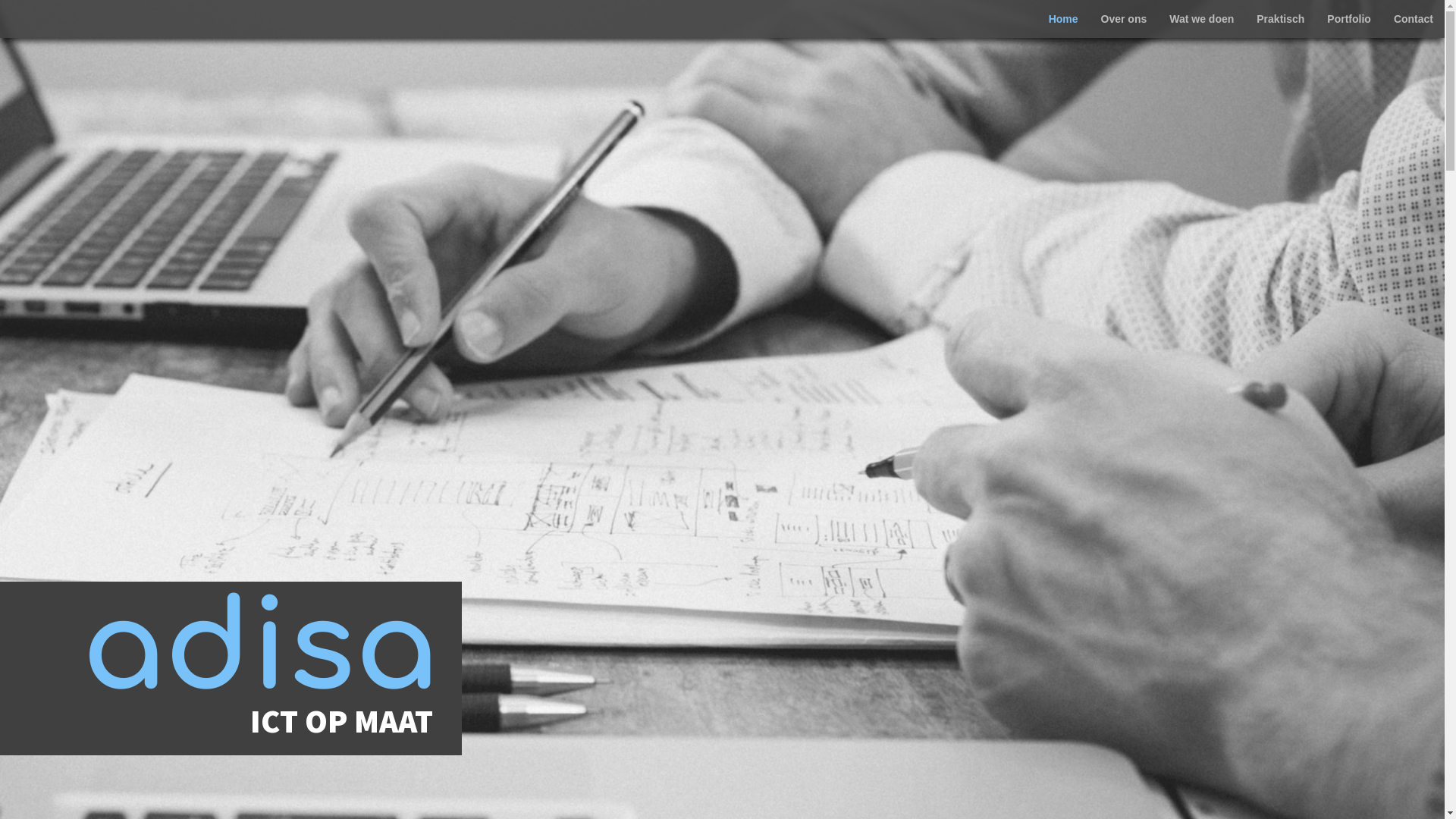 This screenshot has height=819, width=1456. I want to click on 'Praktisch', so click(1244, 18).